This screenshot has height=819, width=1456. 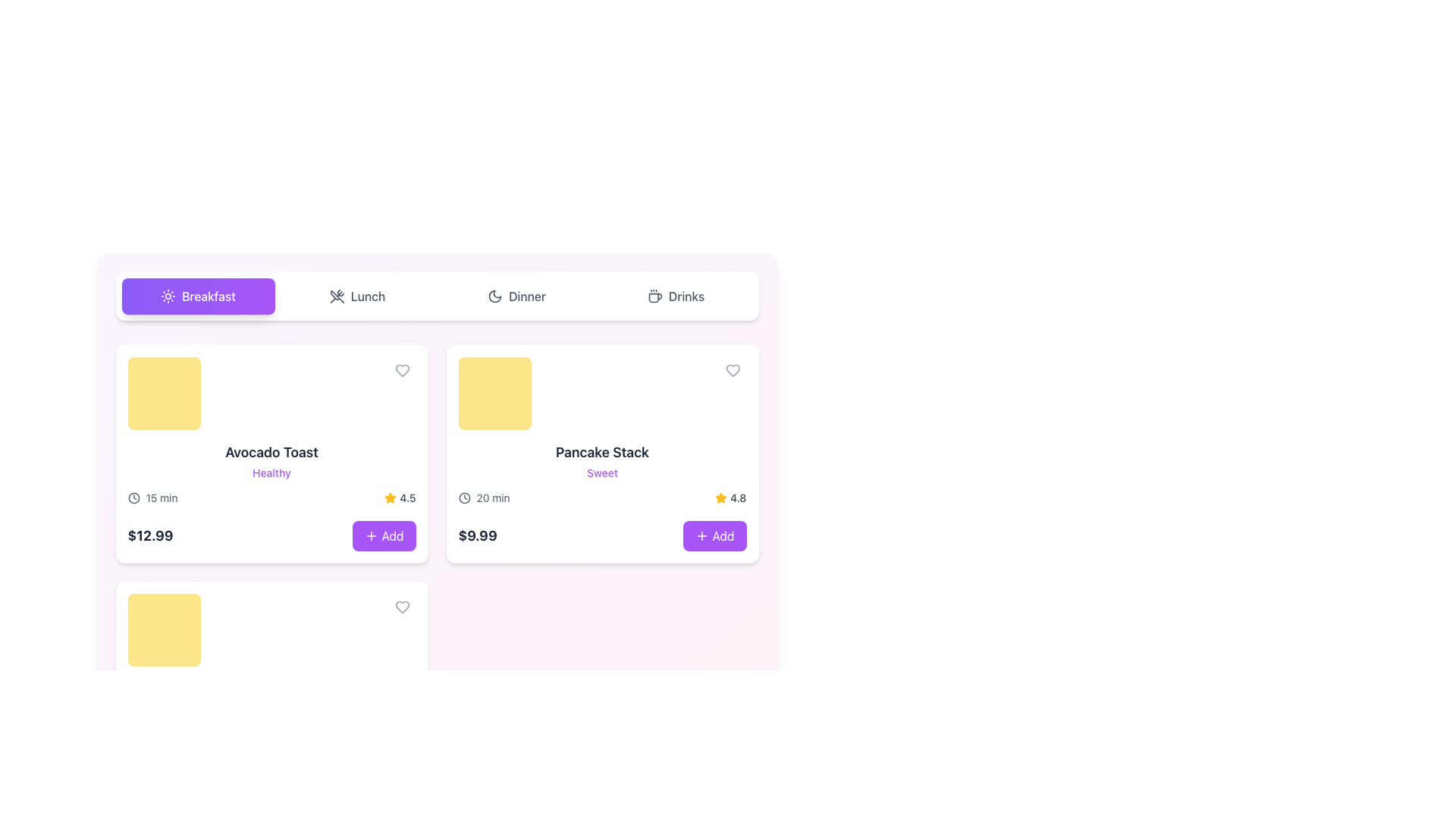 I want to click on the time indicator icon located to the left of the text '20 min' in the 'Pancake Stack' card, which is the second card in the first row of the menu grid, so click(x=463, y=497).